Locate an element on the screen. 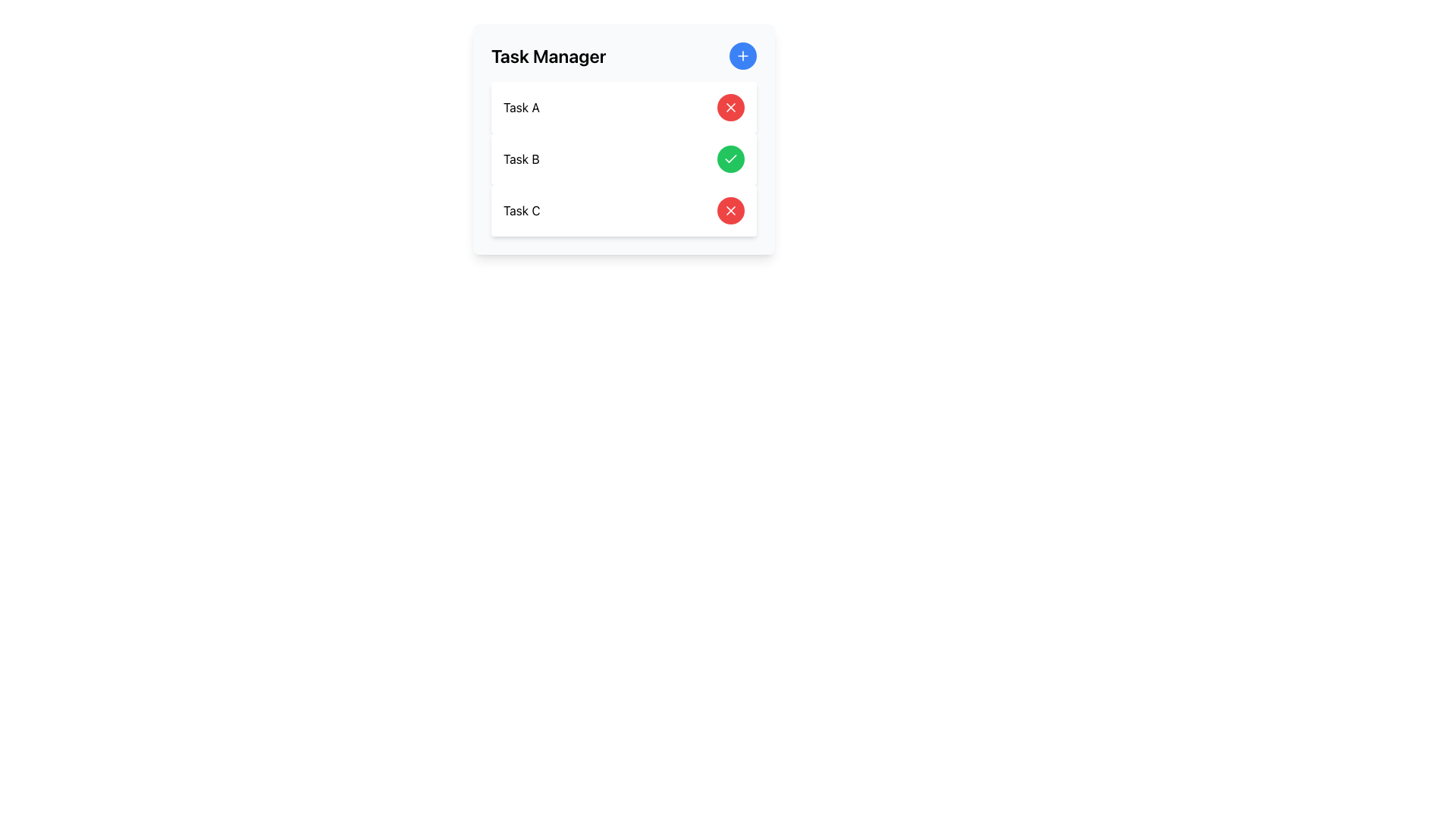 This screenshot has height=819, width=1456. the label displaying 'Task A', which is the first item in the vertical list within the 'Task Manager' card and aligned with a red circular button on its right side is located at coordinates (521, 107).